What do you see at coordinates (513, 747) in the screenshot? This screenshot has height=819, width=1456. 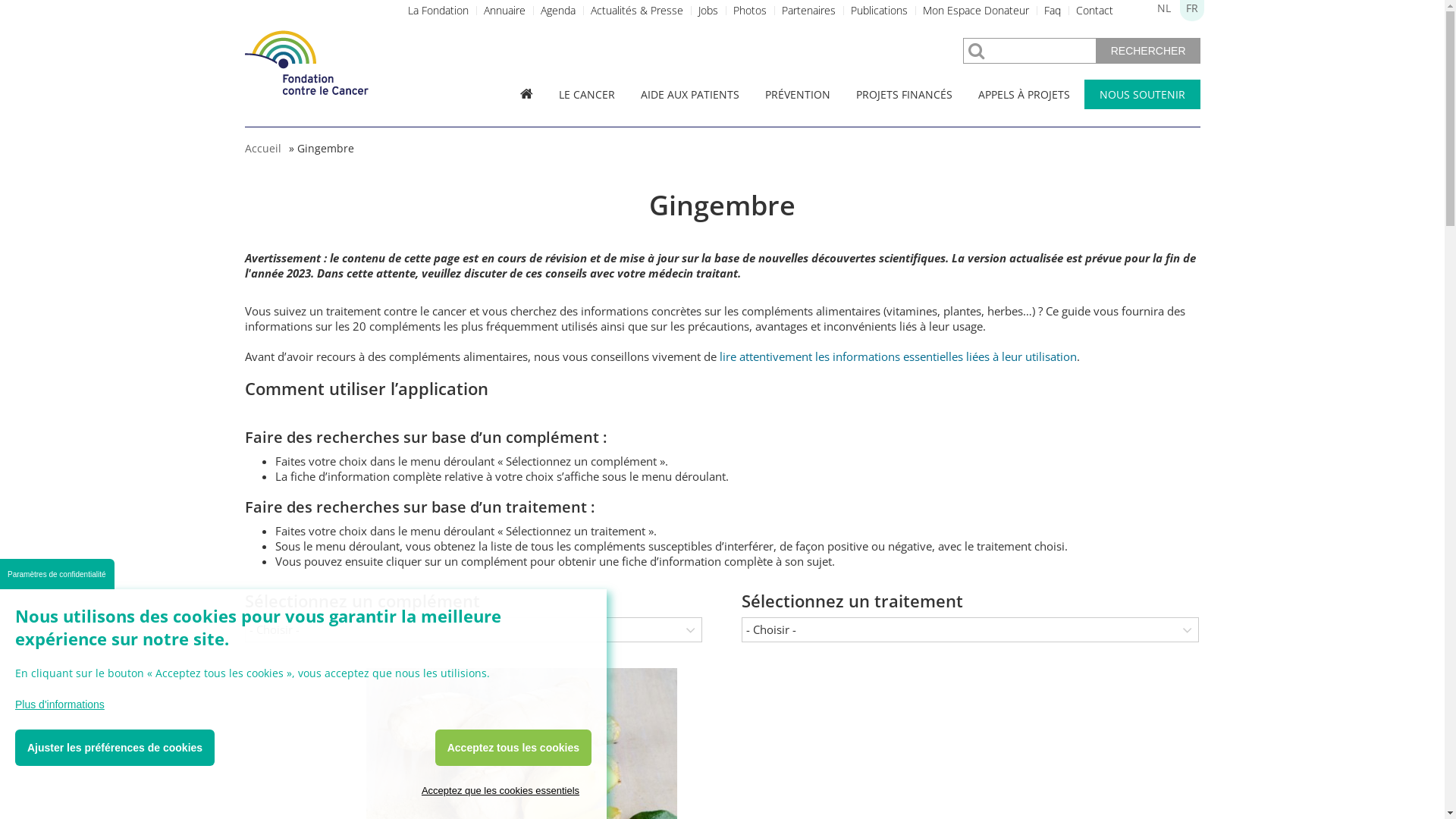 I see `'Acceptez tous les cookies'` at bounding box center [513, 747].